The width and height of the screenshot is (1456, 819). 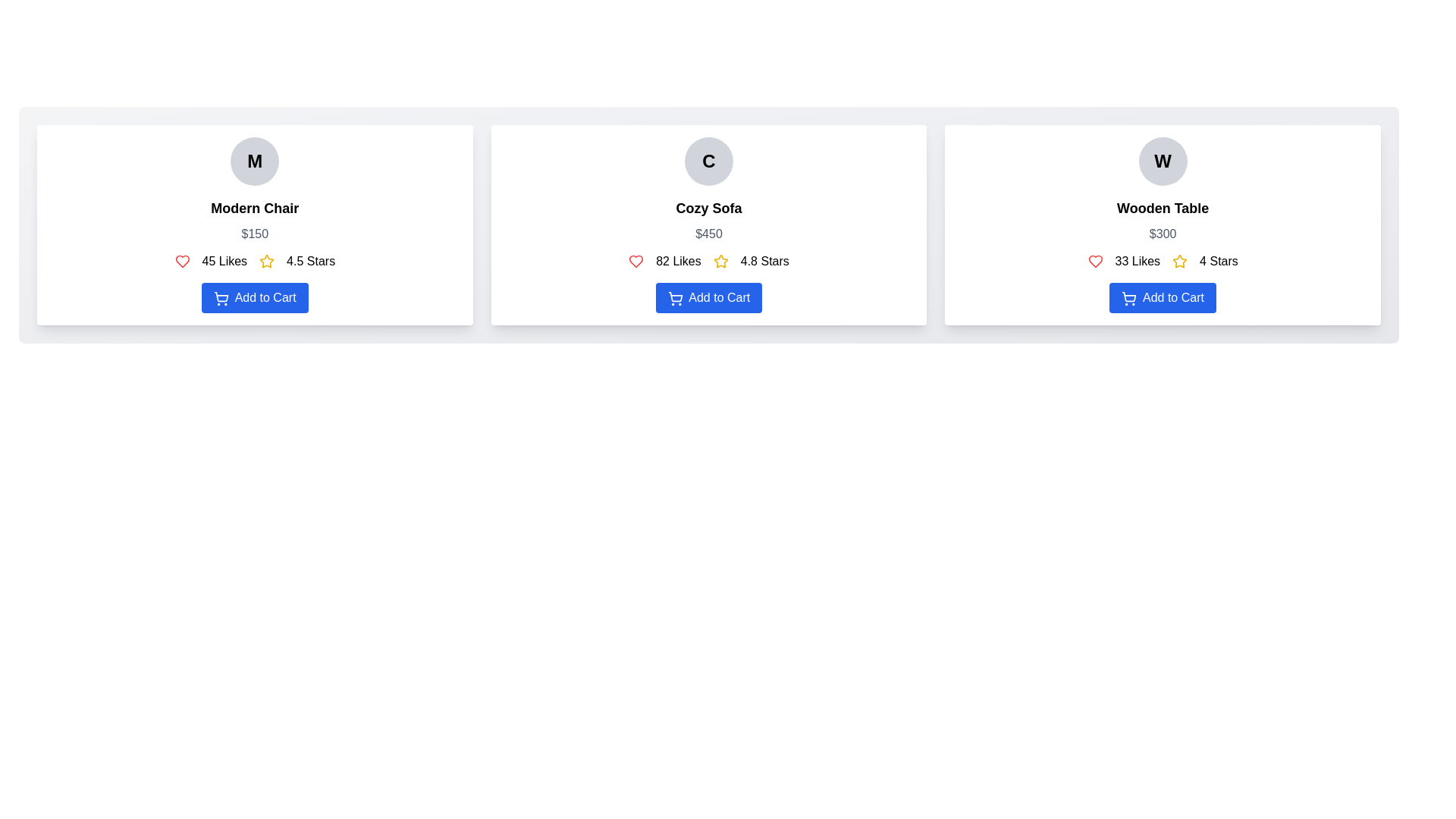 What do you see at coordinates (1137, 260) in the screenshot?
I see `the text label displaying '33 Likes', which is positioned next to the red heart icon and is part of the third card in the grid layout for the 'Wooden Table' product` at bounding box center [1137, 260].